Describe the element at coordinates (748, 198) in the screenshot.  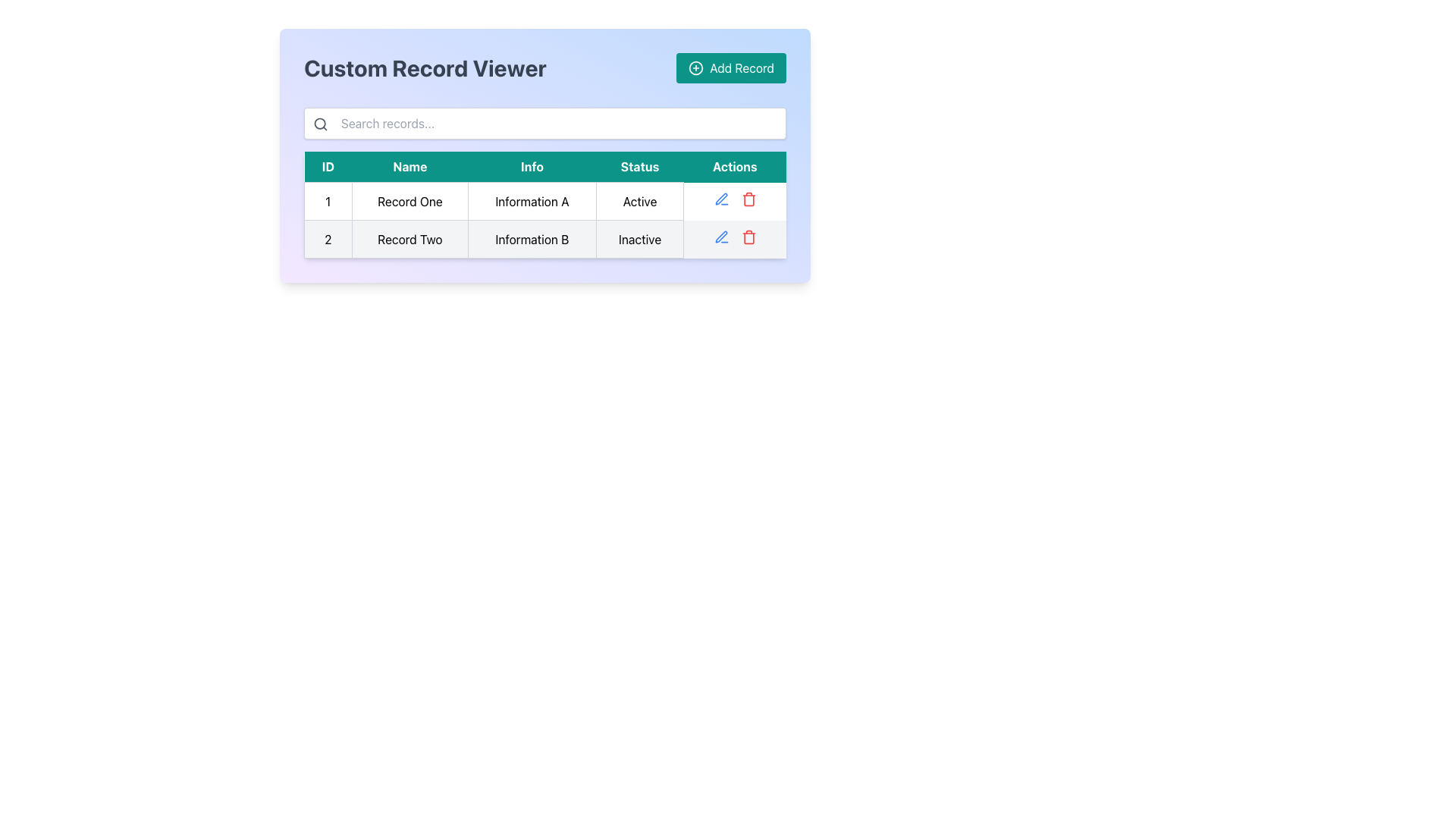
I see `the red trash bin icon` at that location.